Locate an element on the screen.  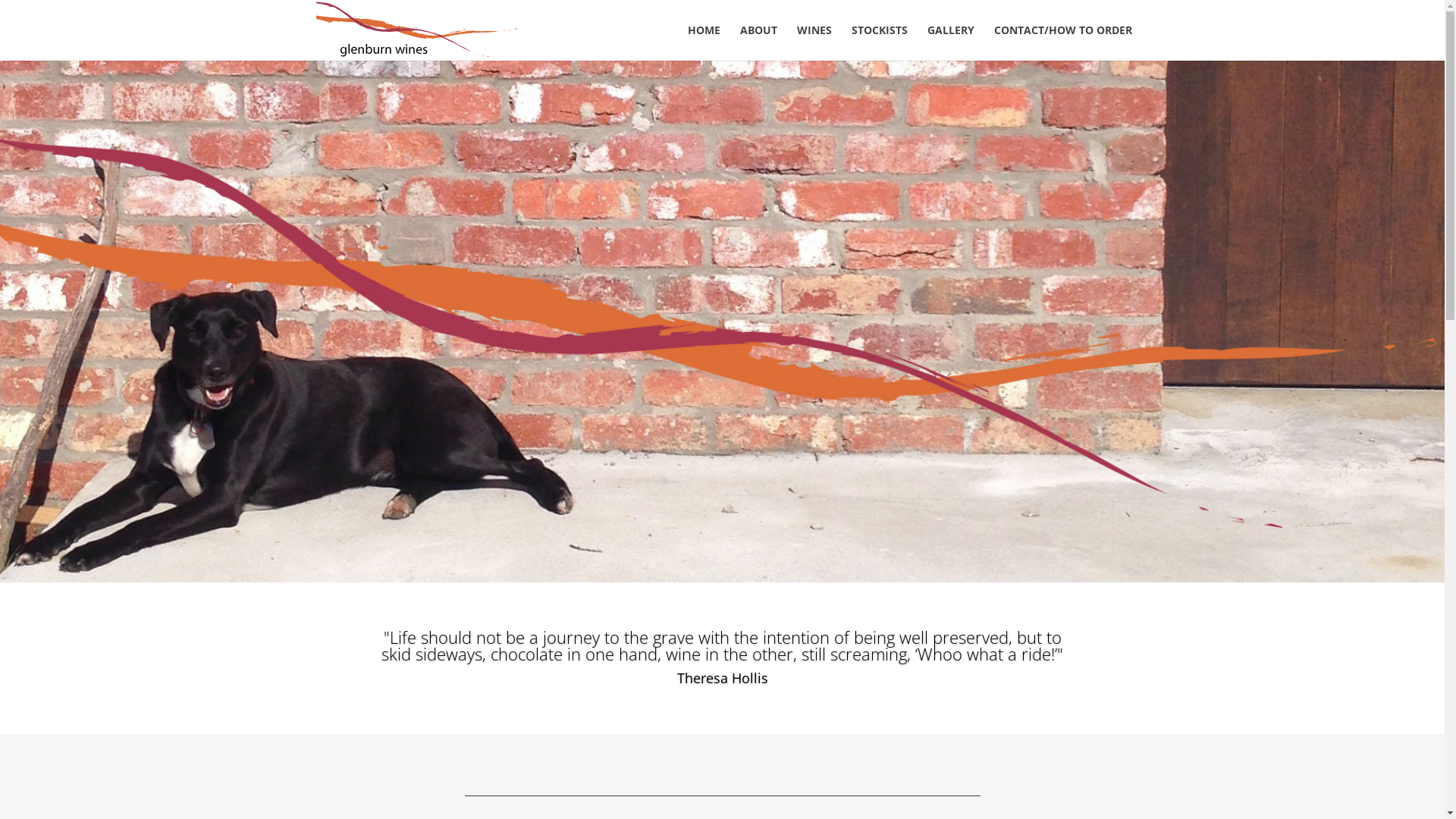
'WINES' is located at coordinates (813, 42).